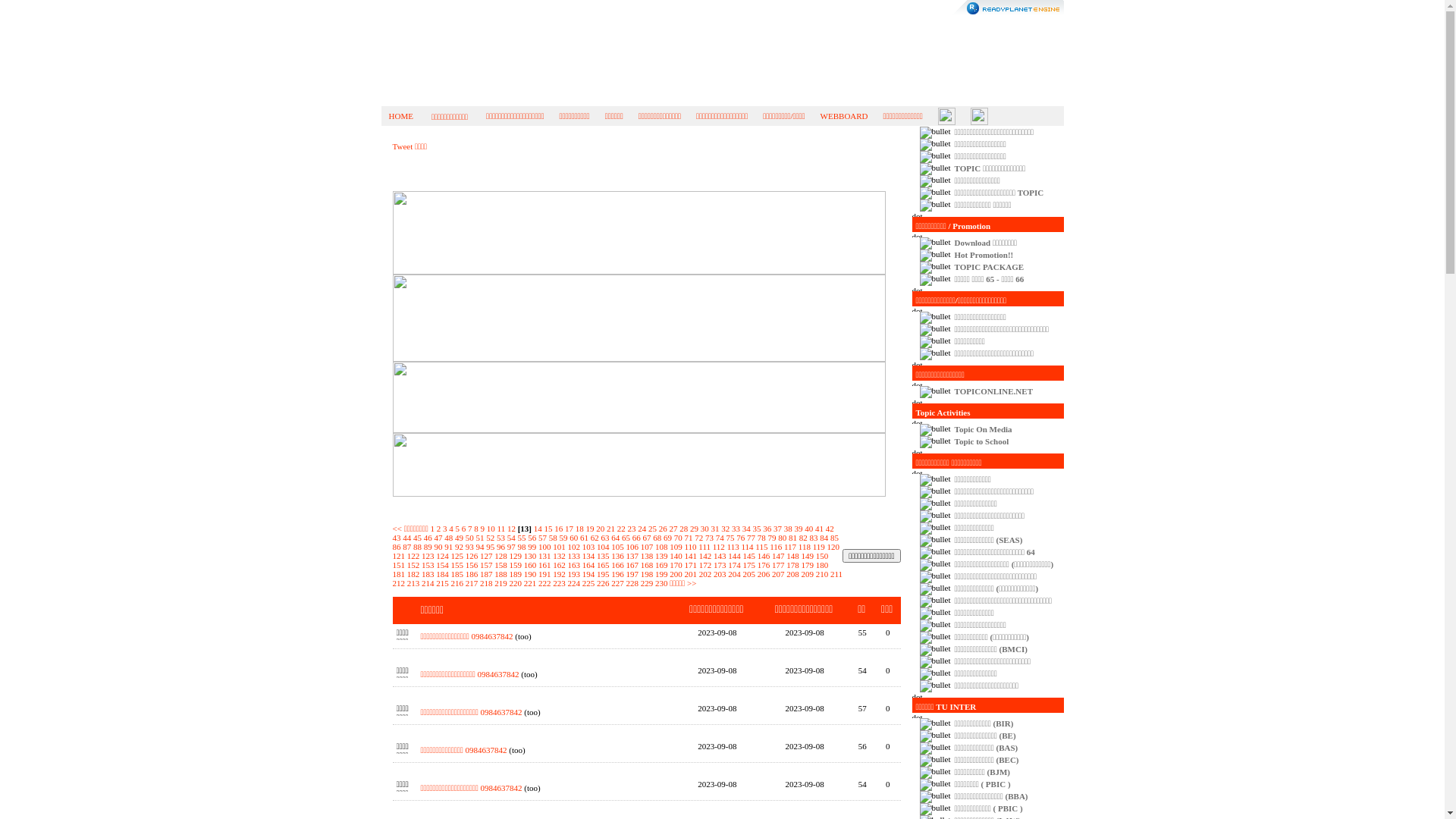  What do you see at coordinates (532, 547) in the screenshot?
I see `'99'` at bounding box center [532, 547].